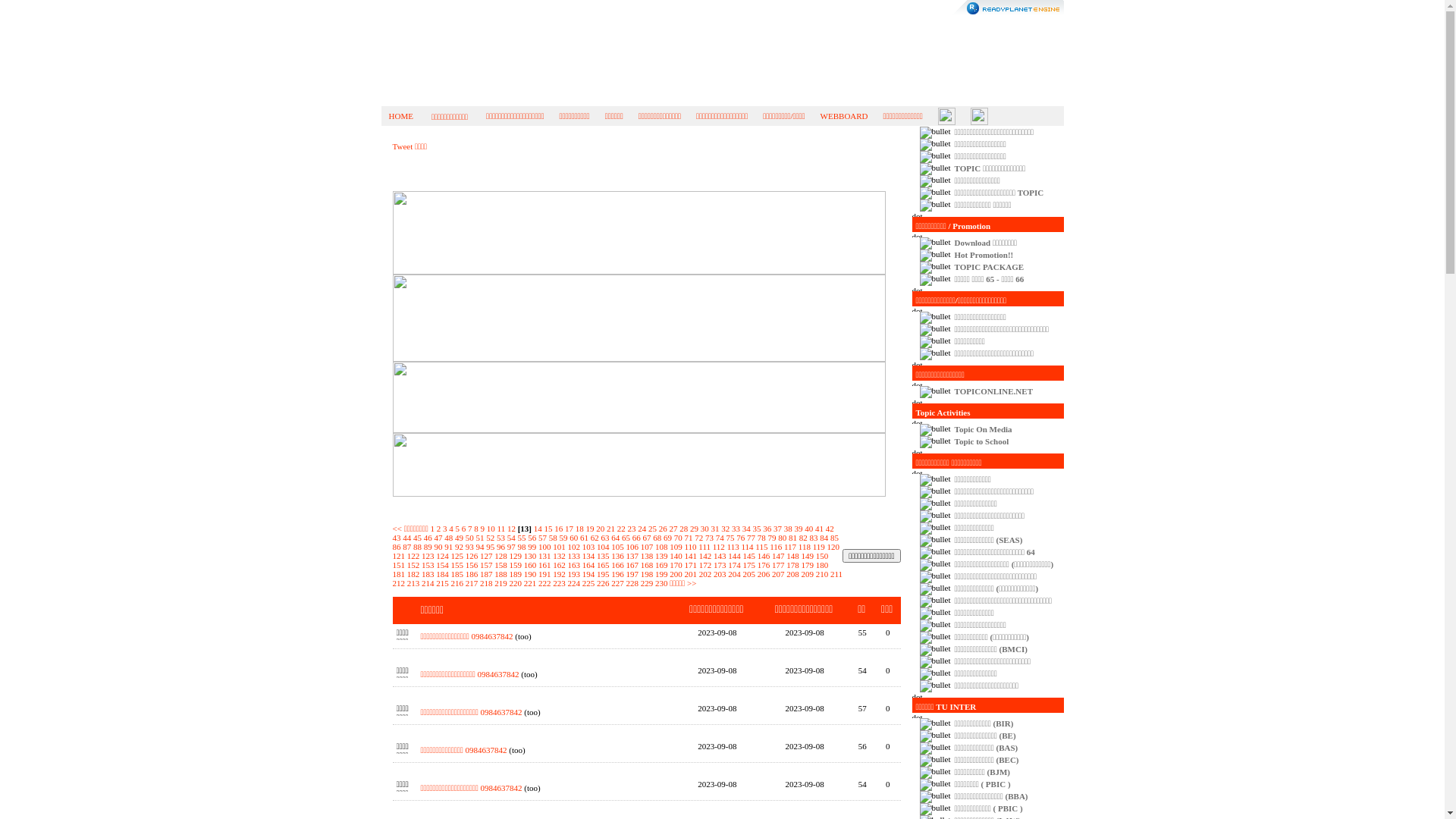  What do you see at coordinates (532, 547) in the screenshot?
I see `'99'` at bounding box center [532, 547].